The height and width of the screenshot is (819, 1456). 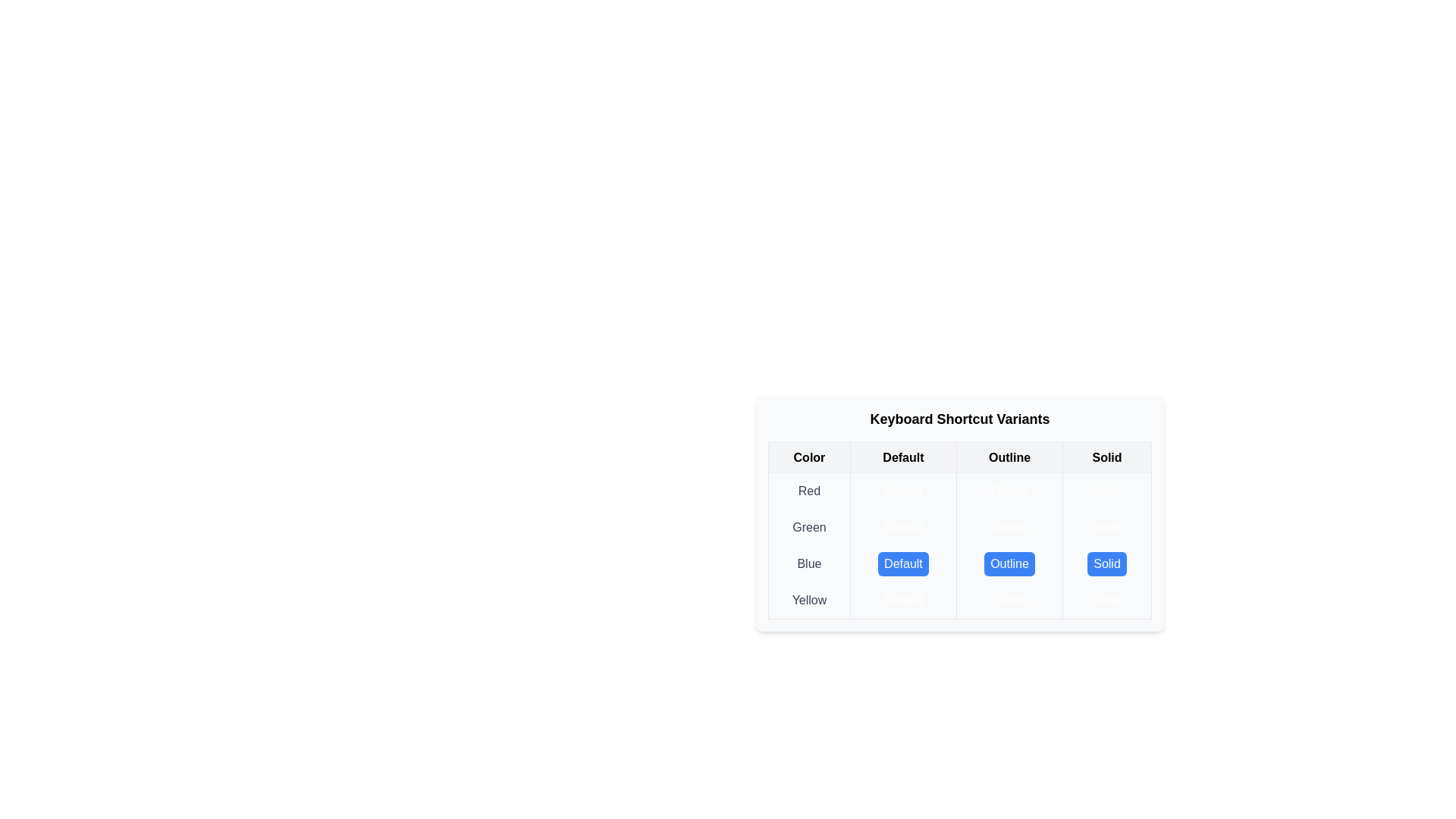 What do you see at coordinates (1009, 457) in the screenshot?
I see `text of the column header labeled 'Outline' in the table under 'Keyboard Shortcut Variants'` at bounding box center [1009, 457].